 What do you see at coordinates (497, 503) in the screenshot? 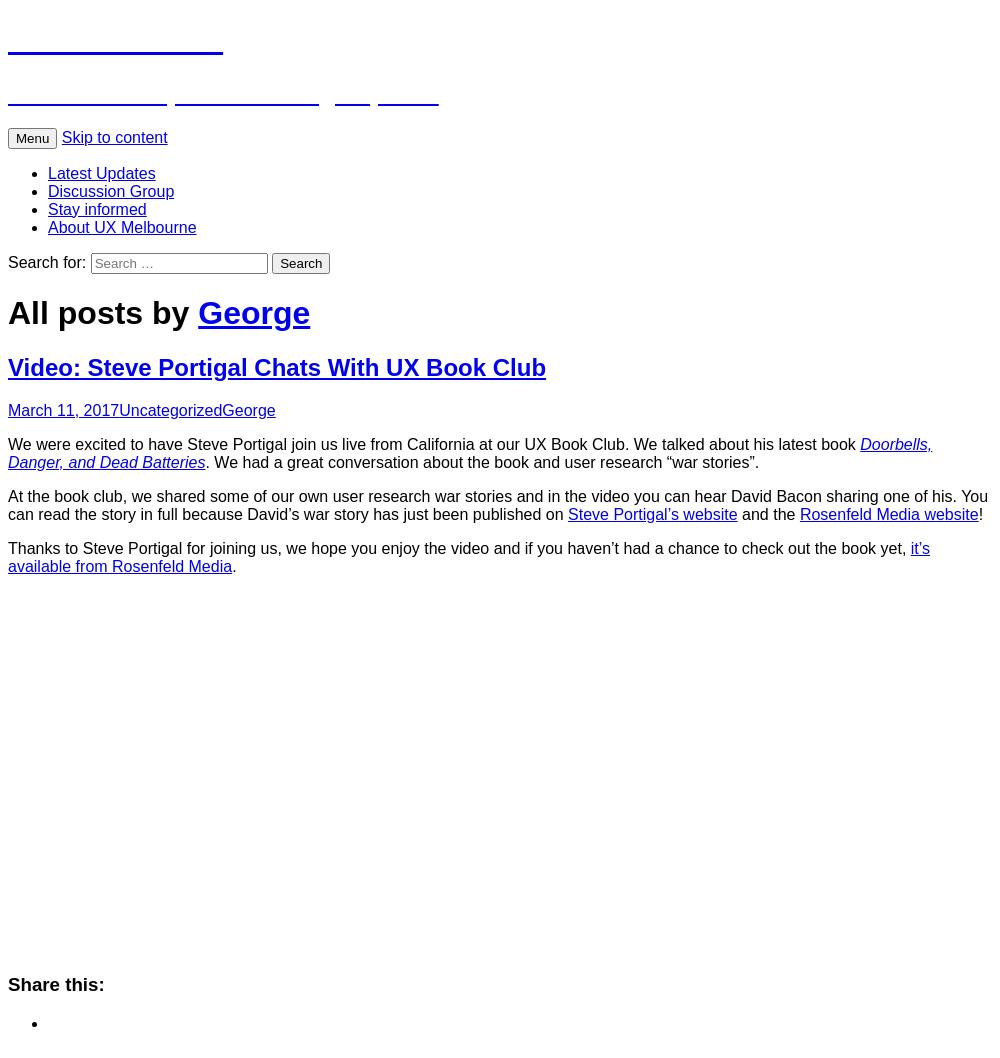
I see `'At the book club, we shared some of our own user research war stories and in the video you can hear David Bacon sharing one of his. You can read the story in full because David’s war story has just been published on'` at bounding box center [497, 503].